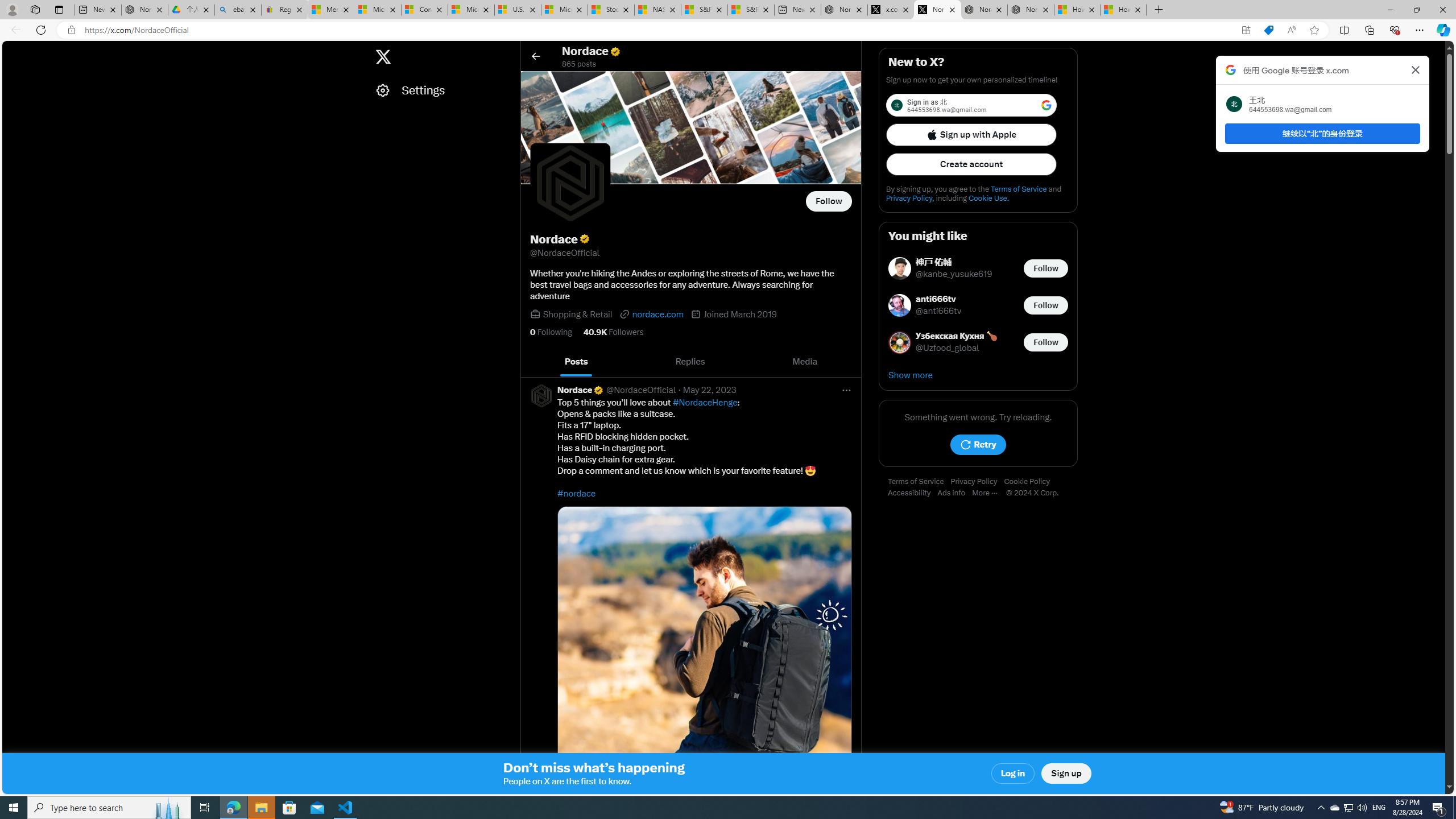  What do you see at coordinates (828, 201) in the screenshot?
I see `'Follow @NordaceOfficial'` at bounding box center [828, 201].